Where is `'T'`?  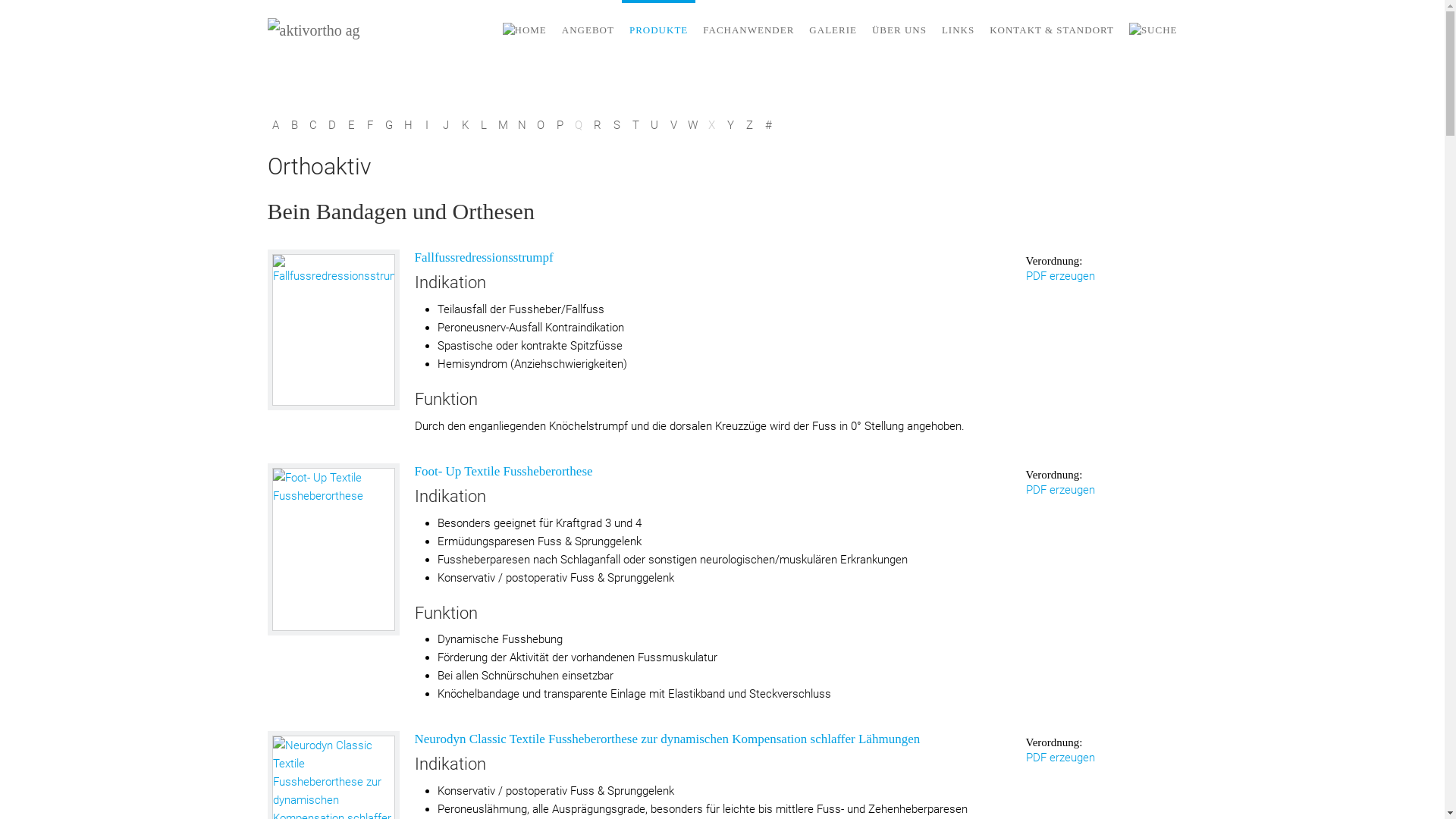
'T' is located at coordinates (635, 124).